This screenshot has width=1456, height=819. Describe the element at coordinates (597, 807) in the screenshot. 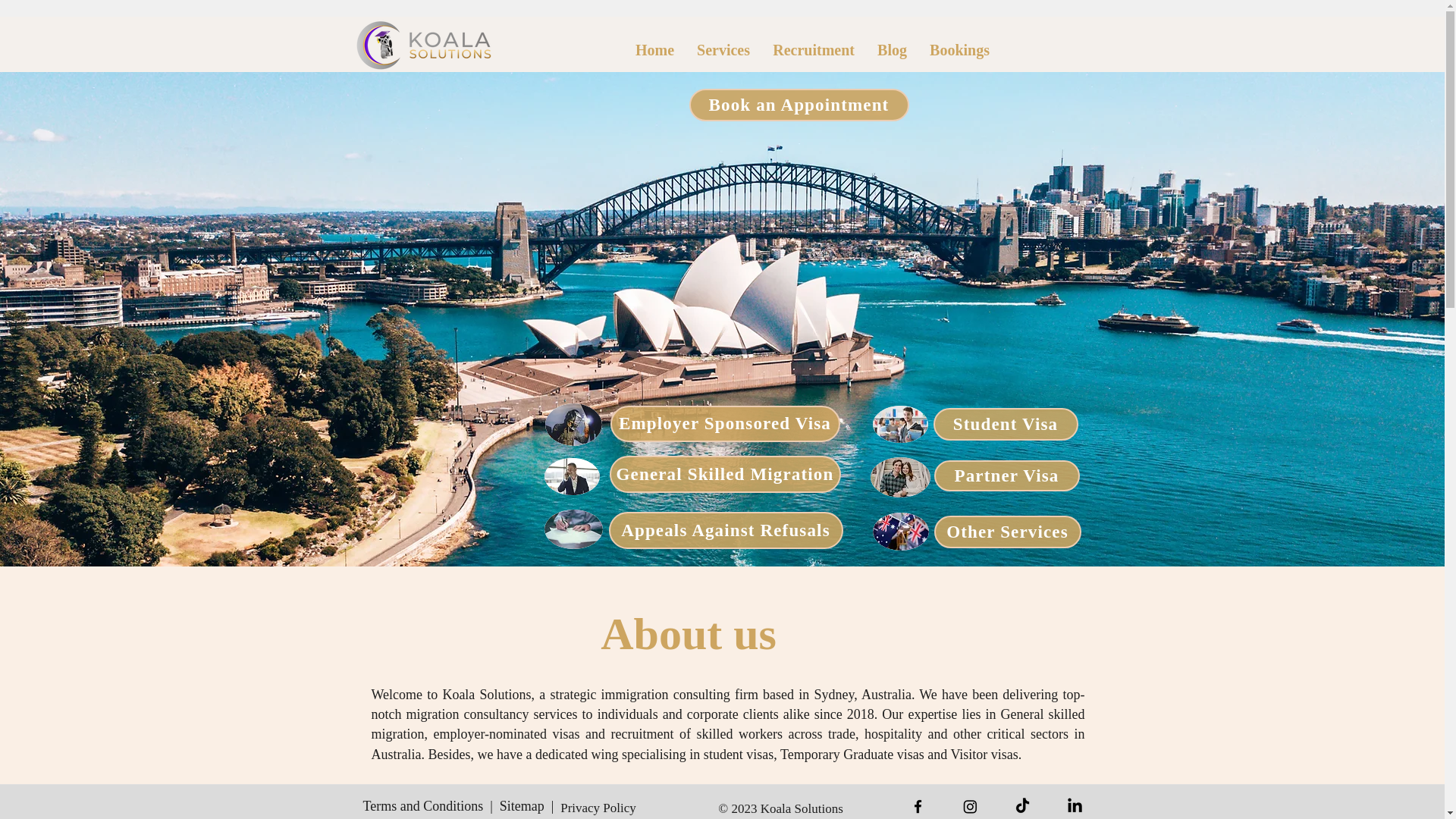

I see `'Privacy Policy'` at that location.